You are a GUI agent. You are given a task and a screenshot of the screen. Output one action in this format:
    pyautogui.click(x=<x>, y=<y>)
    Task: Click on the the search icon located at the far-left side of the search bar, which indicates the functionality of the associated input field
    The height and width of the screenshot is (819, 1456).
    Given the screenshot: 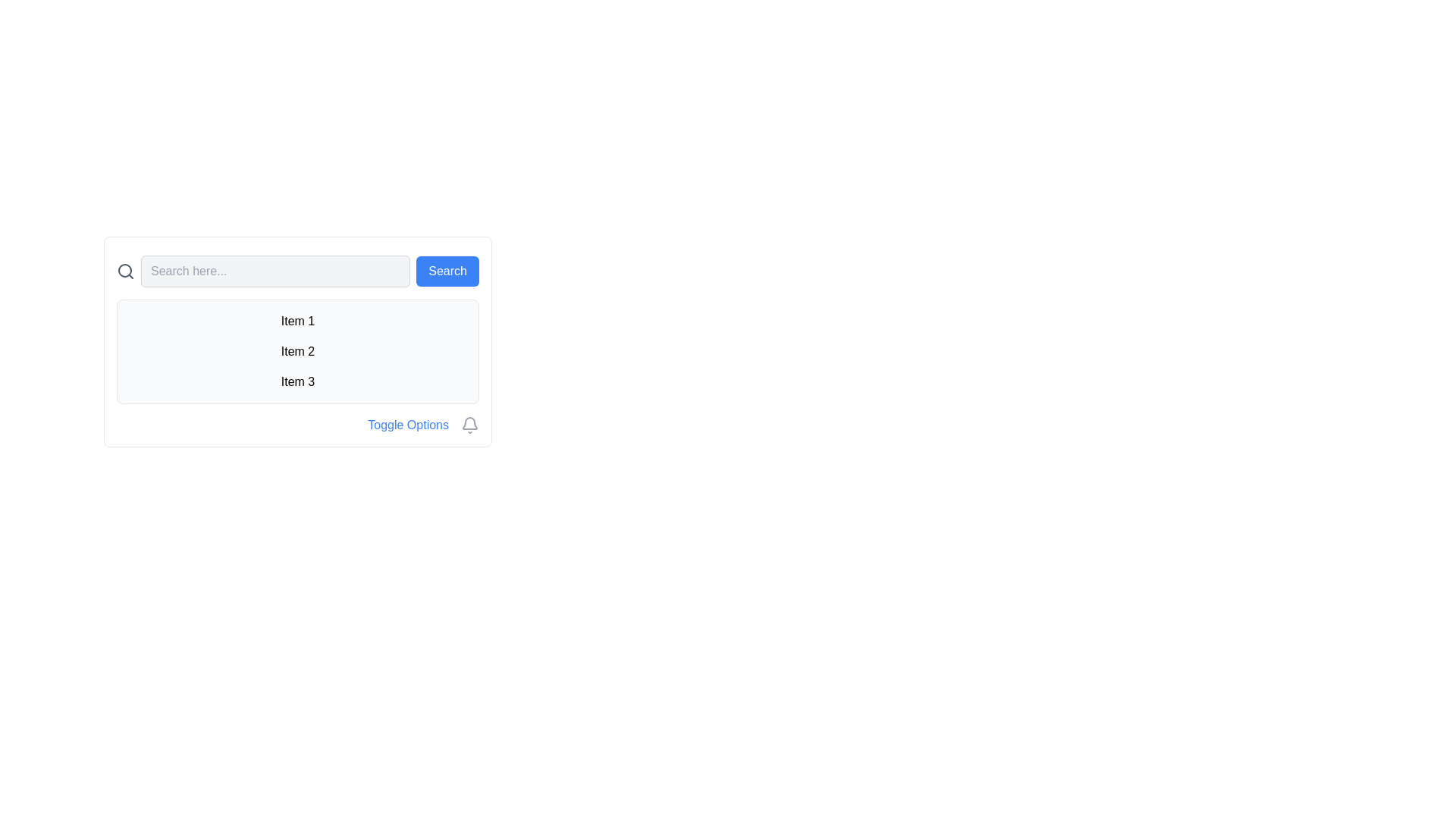 What is the action you would take?
    pyautogui.click(x=126, y=271)
    